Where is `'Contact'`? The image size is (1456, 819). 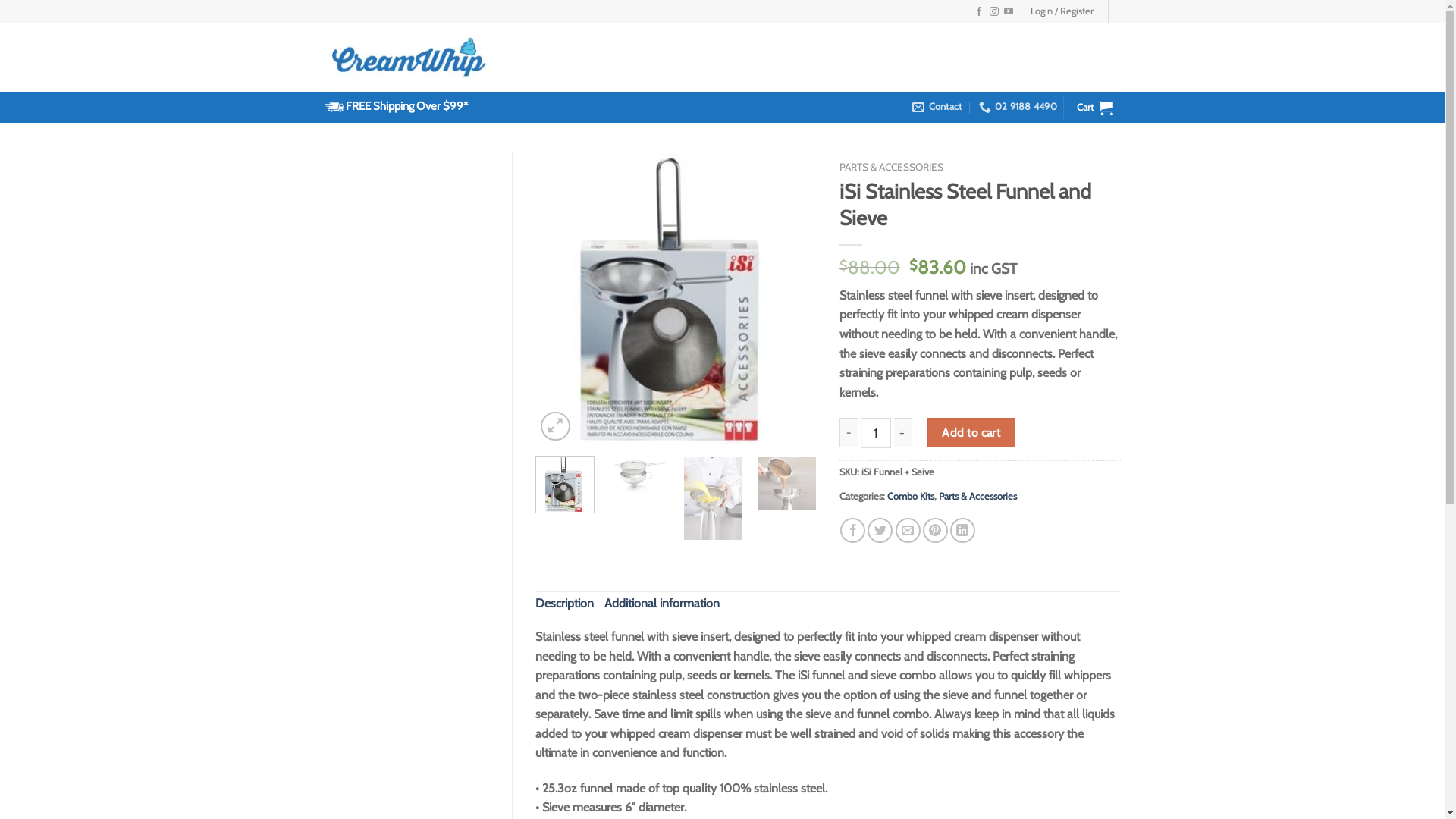
'Contact' is located at coordinates (936, 106).